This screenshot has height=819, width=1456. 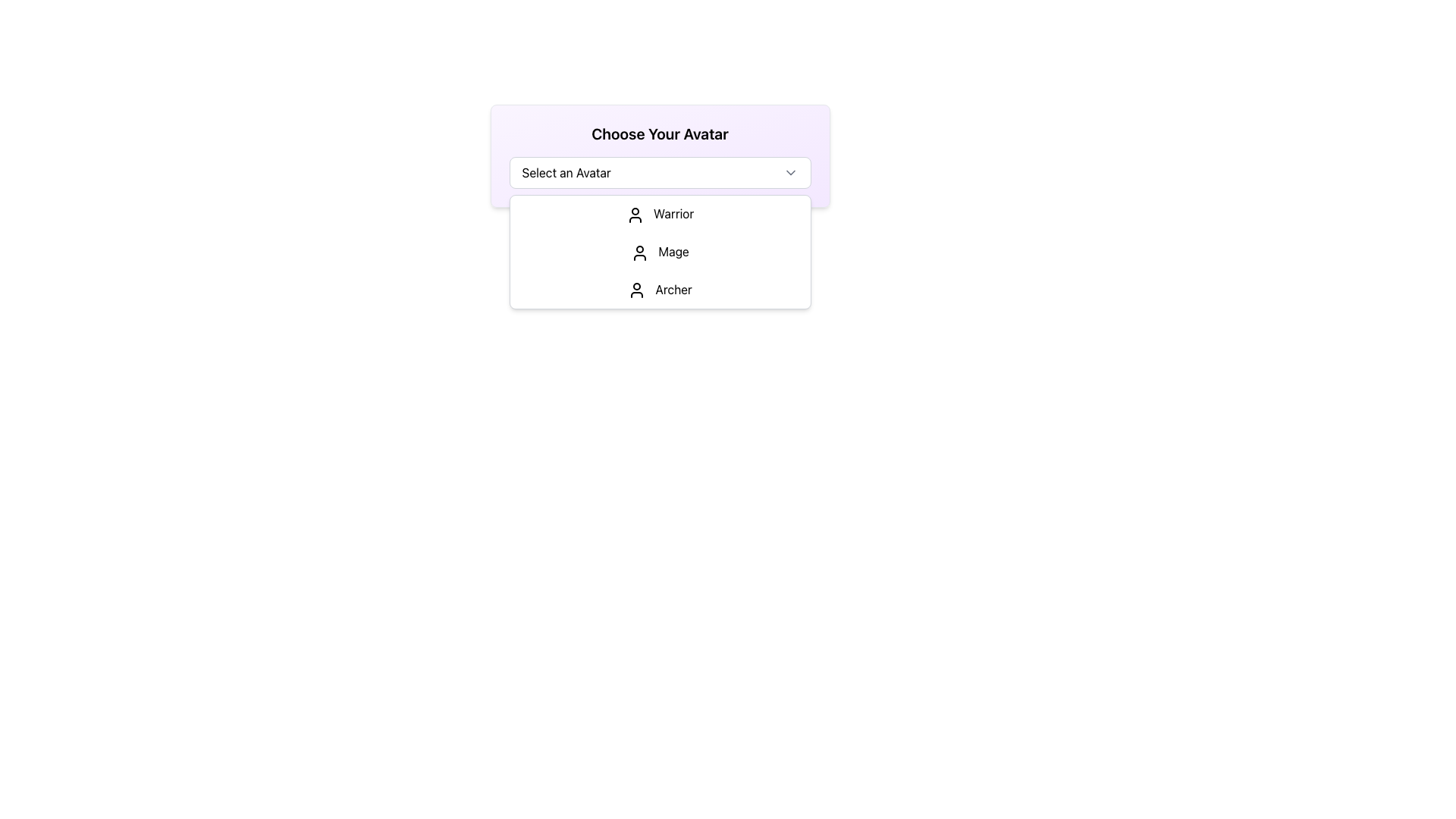 I want to click on the person icon in the dropdown menu, so click(x=640, y=252).